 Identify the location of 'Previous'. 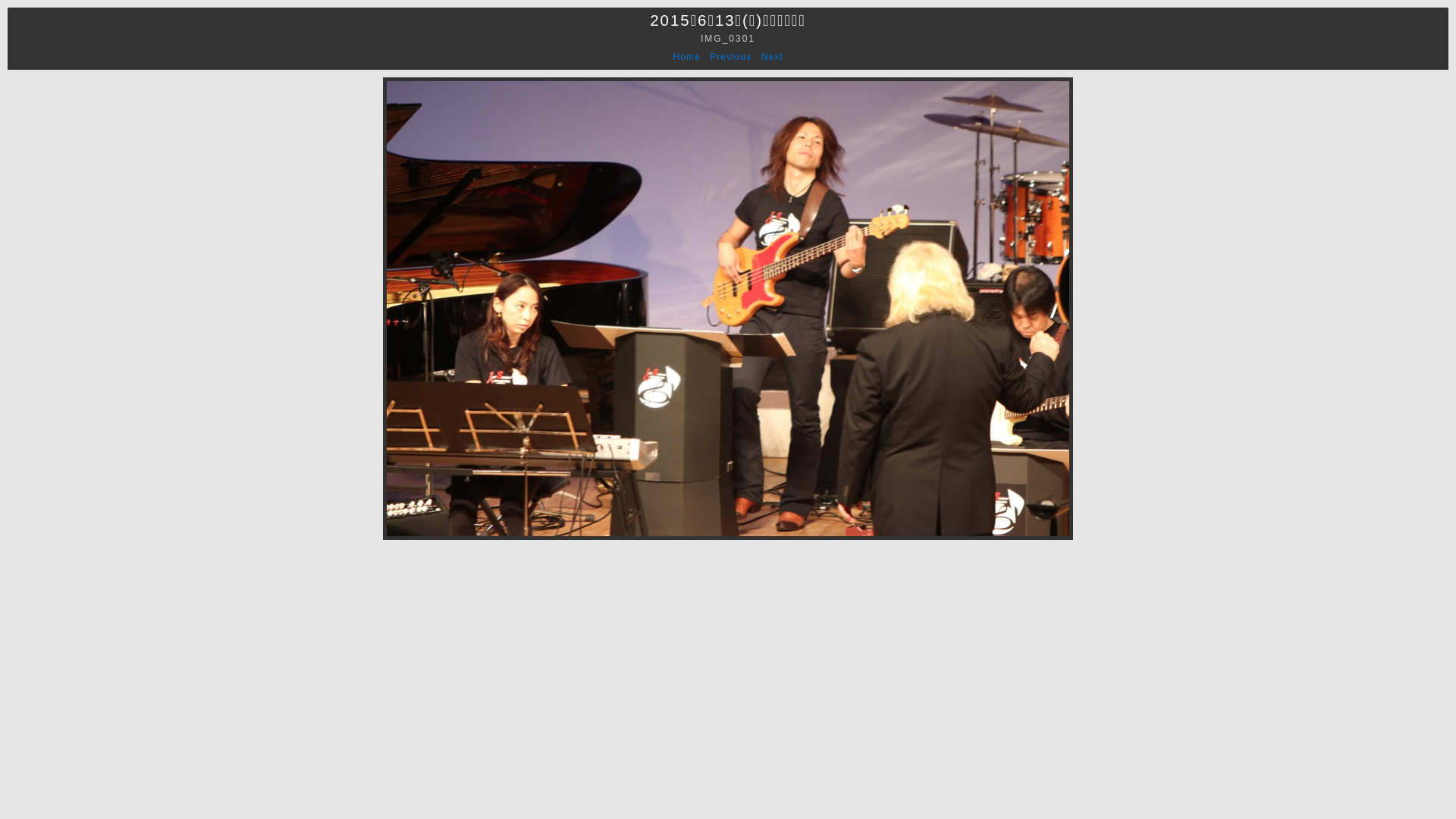
(730, 55).